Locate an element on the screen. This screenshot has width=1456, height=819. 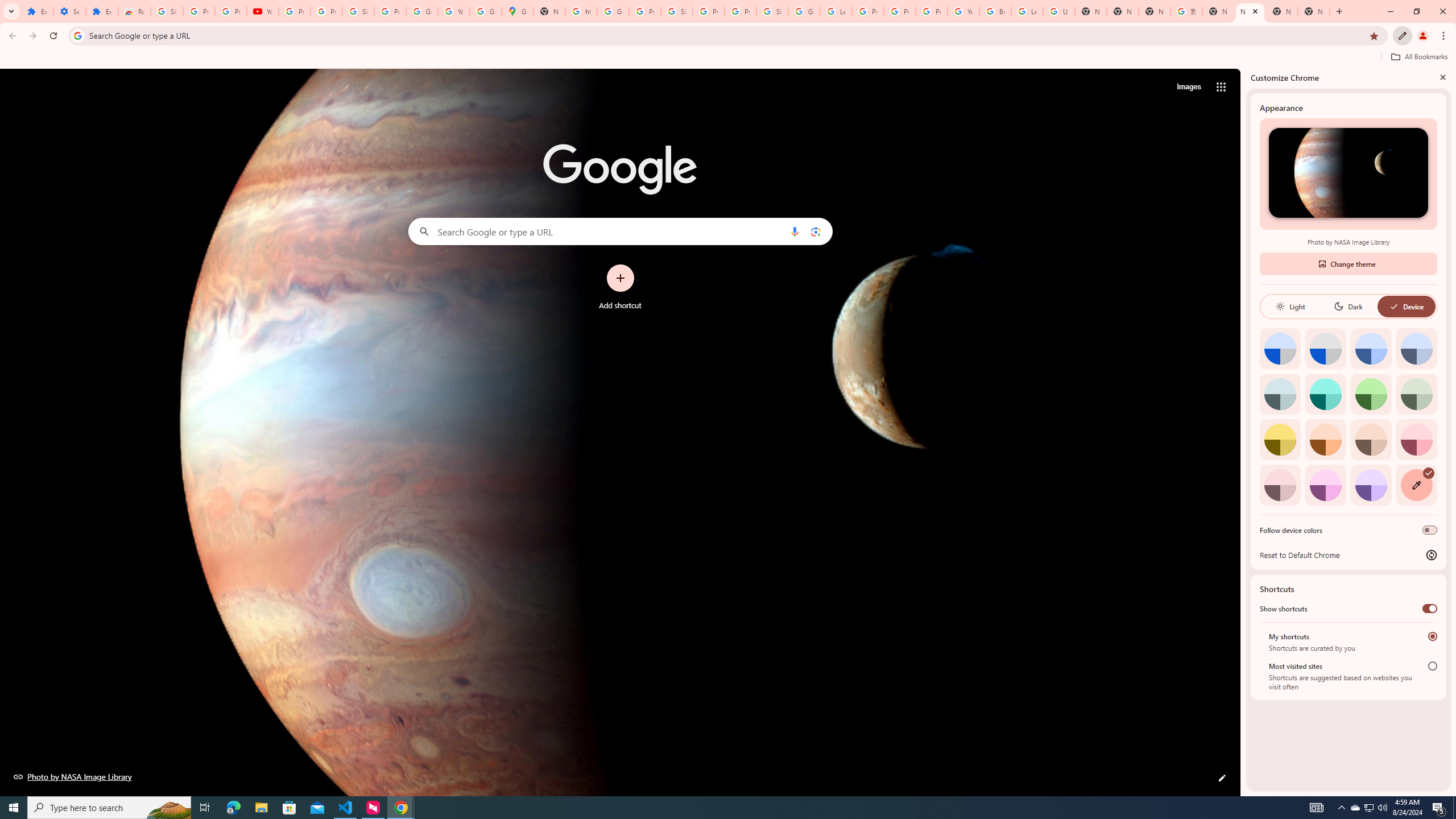
'Search for Images ' is located at coordinates (1189, 87).